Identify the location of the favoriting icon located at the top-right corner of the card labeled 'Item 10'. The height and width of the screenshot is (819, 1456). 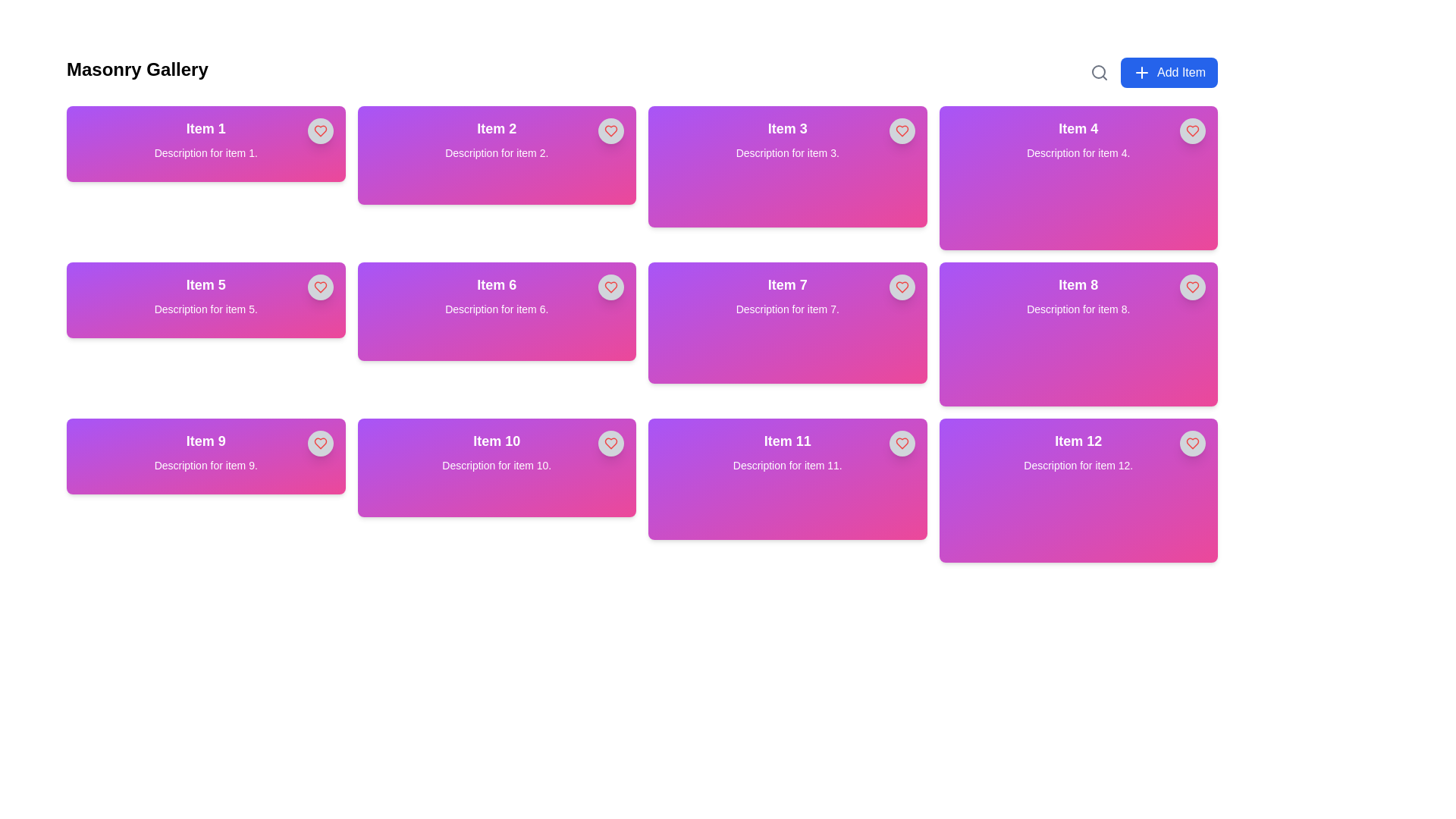
(611, 444).